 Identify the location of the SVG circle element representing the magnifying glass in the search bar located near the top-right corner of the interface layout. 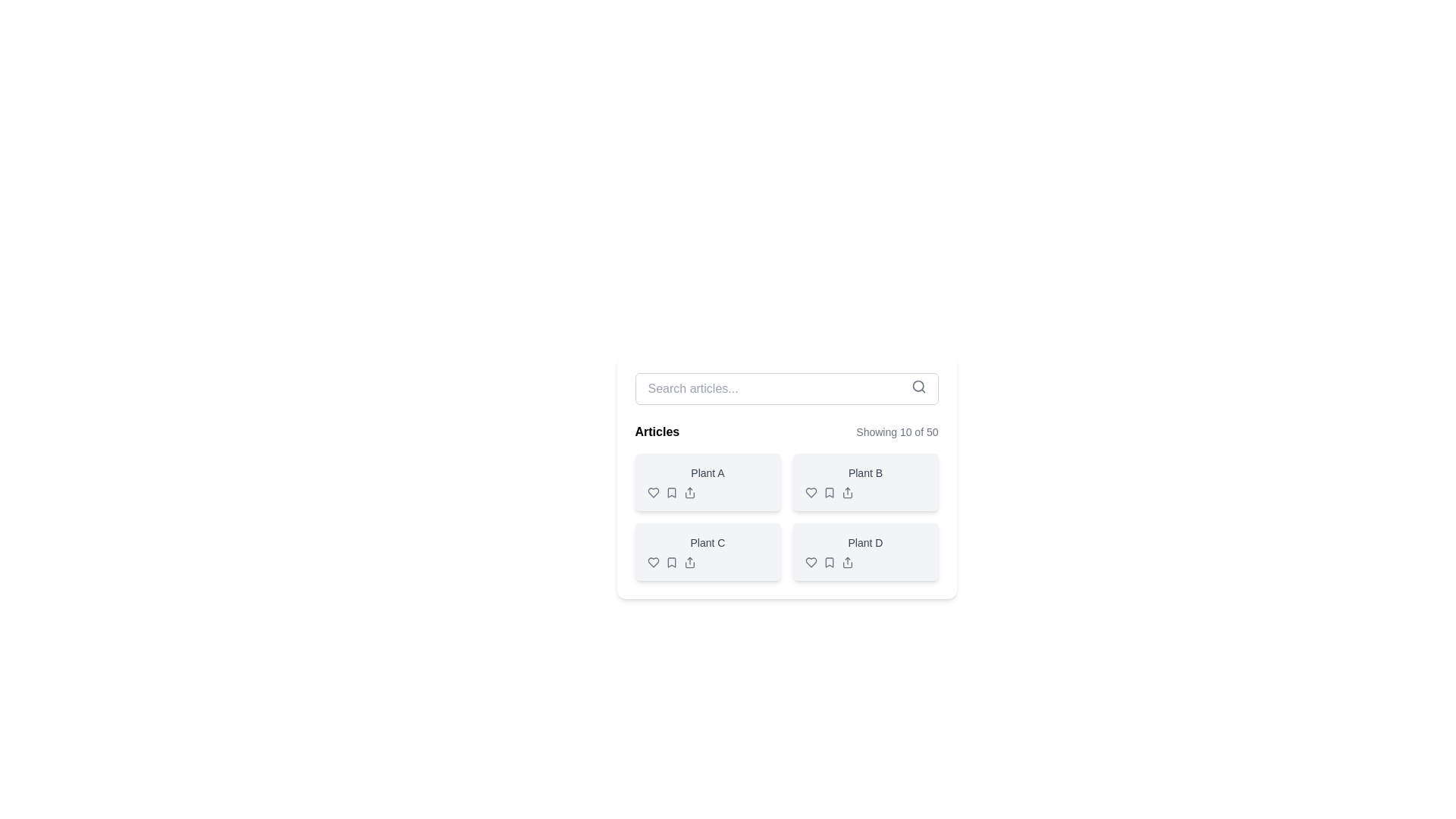
(917, 385).